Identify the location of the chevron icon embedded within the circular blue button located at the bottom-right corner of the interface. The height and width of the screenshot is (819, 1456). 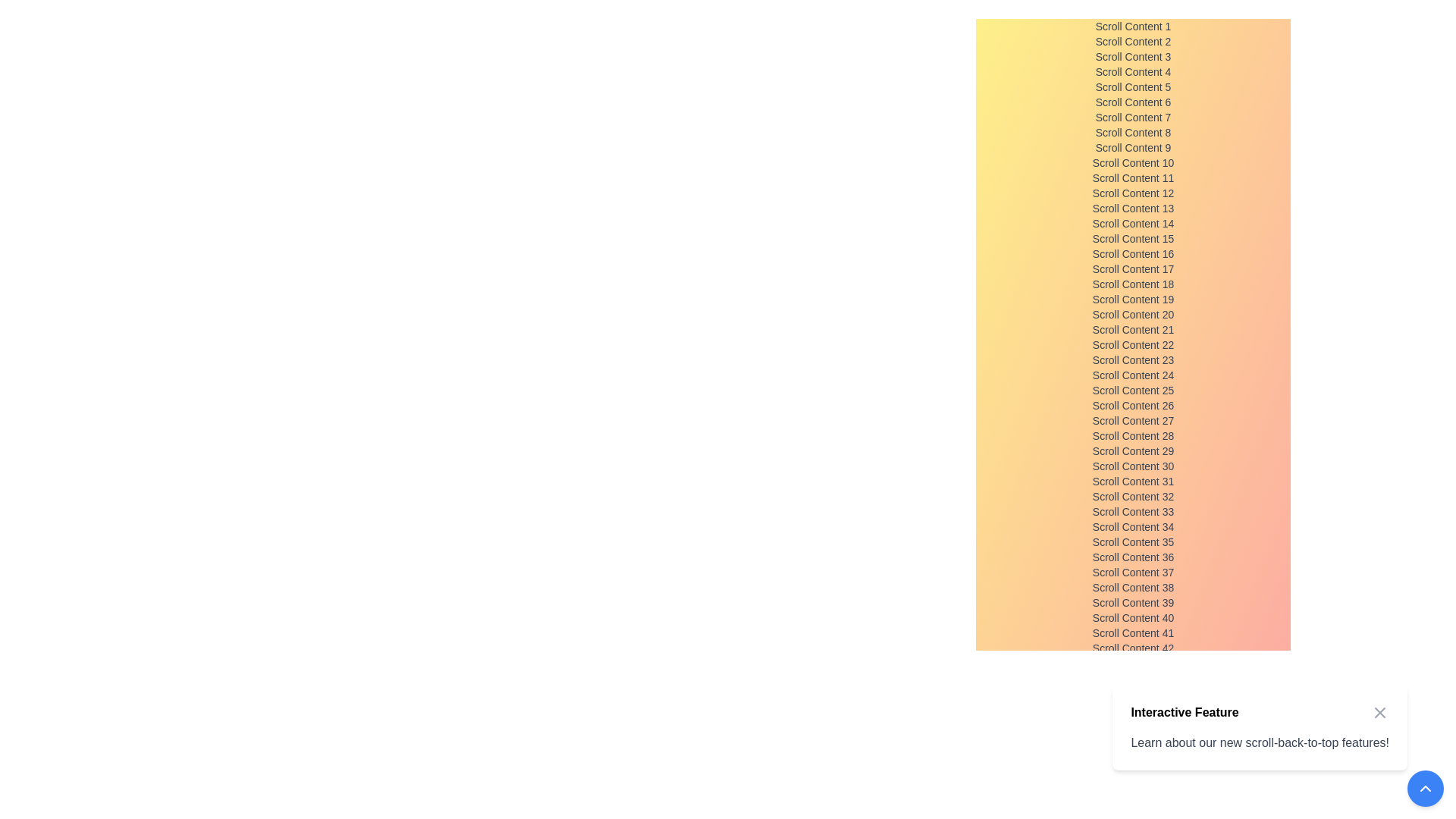
(1425, 788).